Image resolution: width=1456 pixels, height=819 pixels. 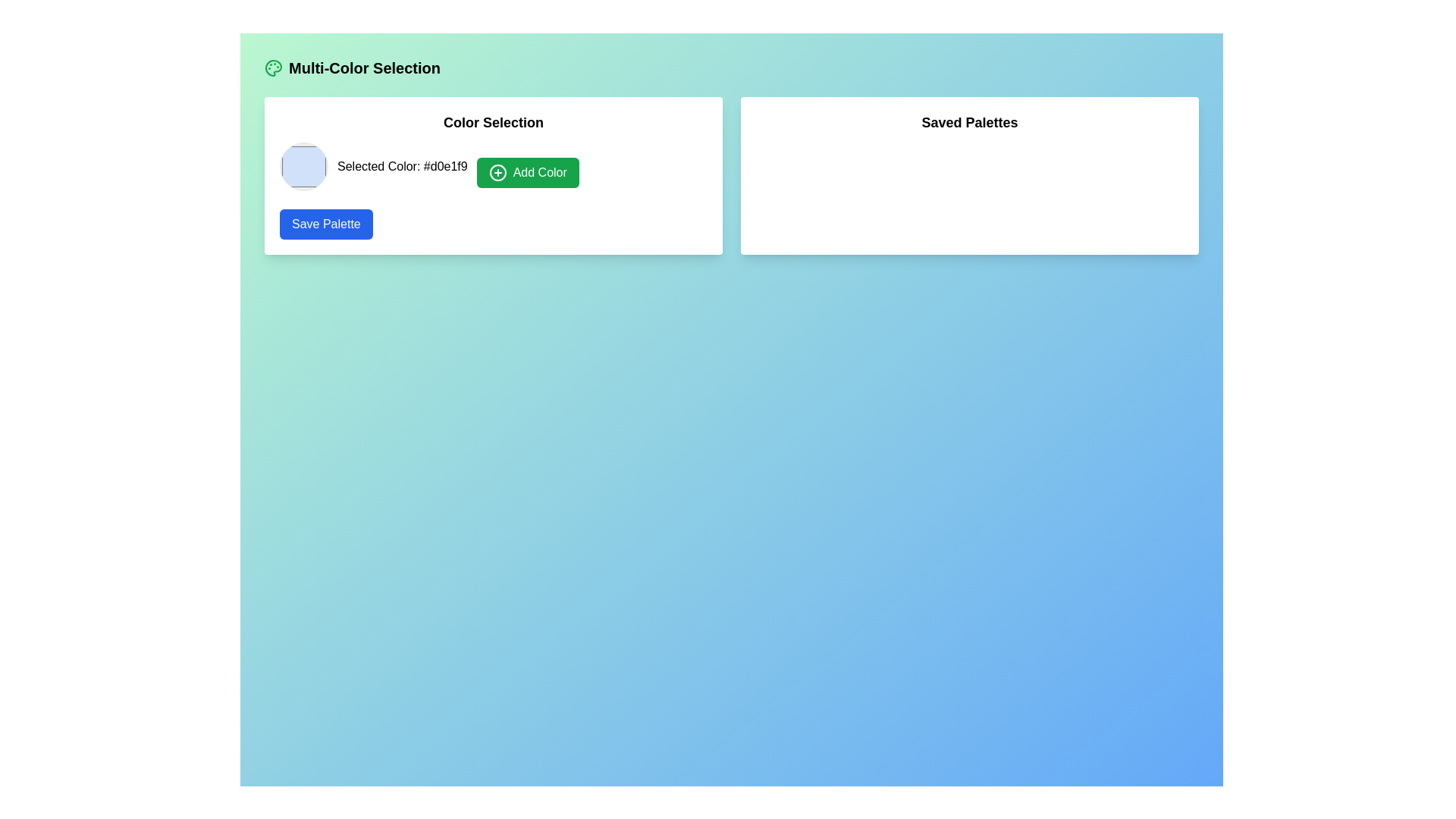 What do you see at coordinates (497, 171) in the screenshot?
I see `the SVG circle that is centrally located within the green 'Add Color' button in the 'Color Selection' section` at bounding box center [497, 171].